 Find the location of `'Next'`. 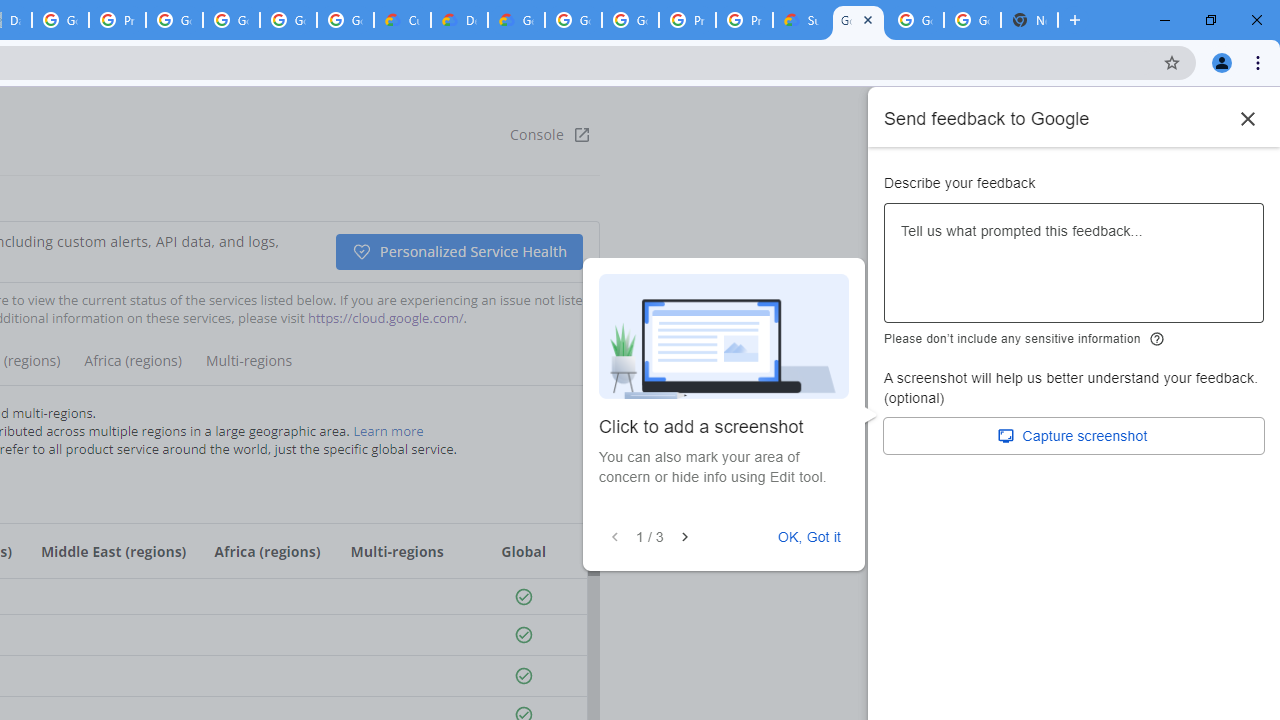

'Next' is located at coordinates (684, 536).